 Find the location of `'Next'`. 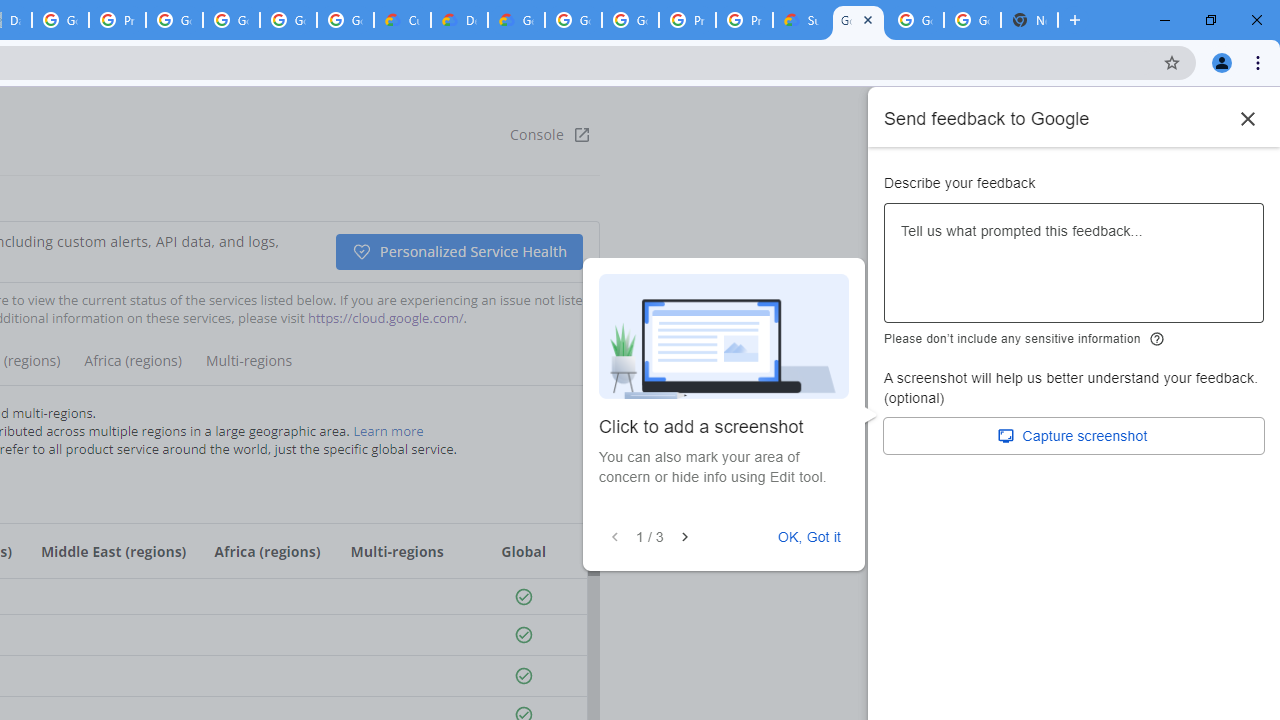

'Next' is located at coordinates (684, 536).